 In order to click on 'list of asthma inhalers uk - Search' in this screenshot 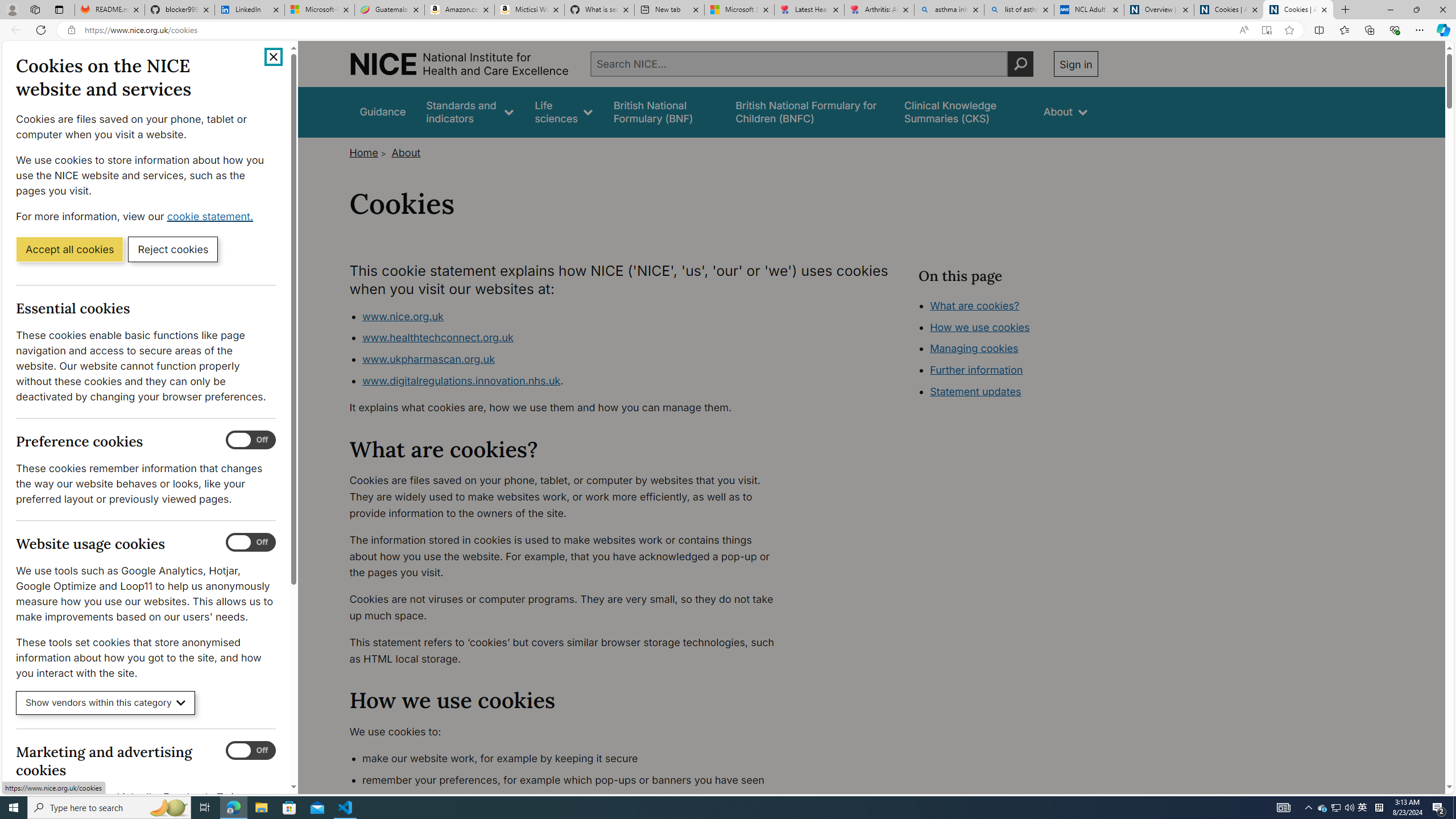, I will do `click(1019, 9)`.